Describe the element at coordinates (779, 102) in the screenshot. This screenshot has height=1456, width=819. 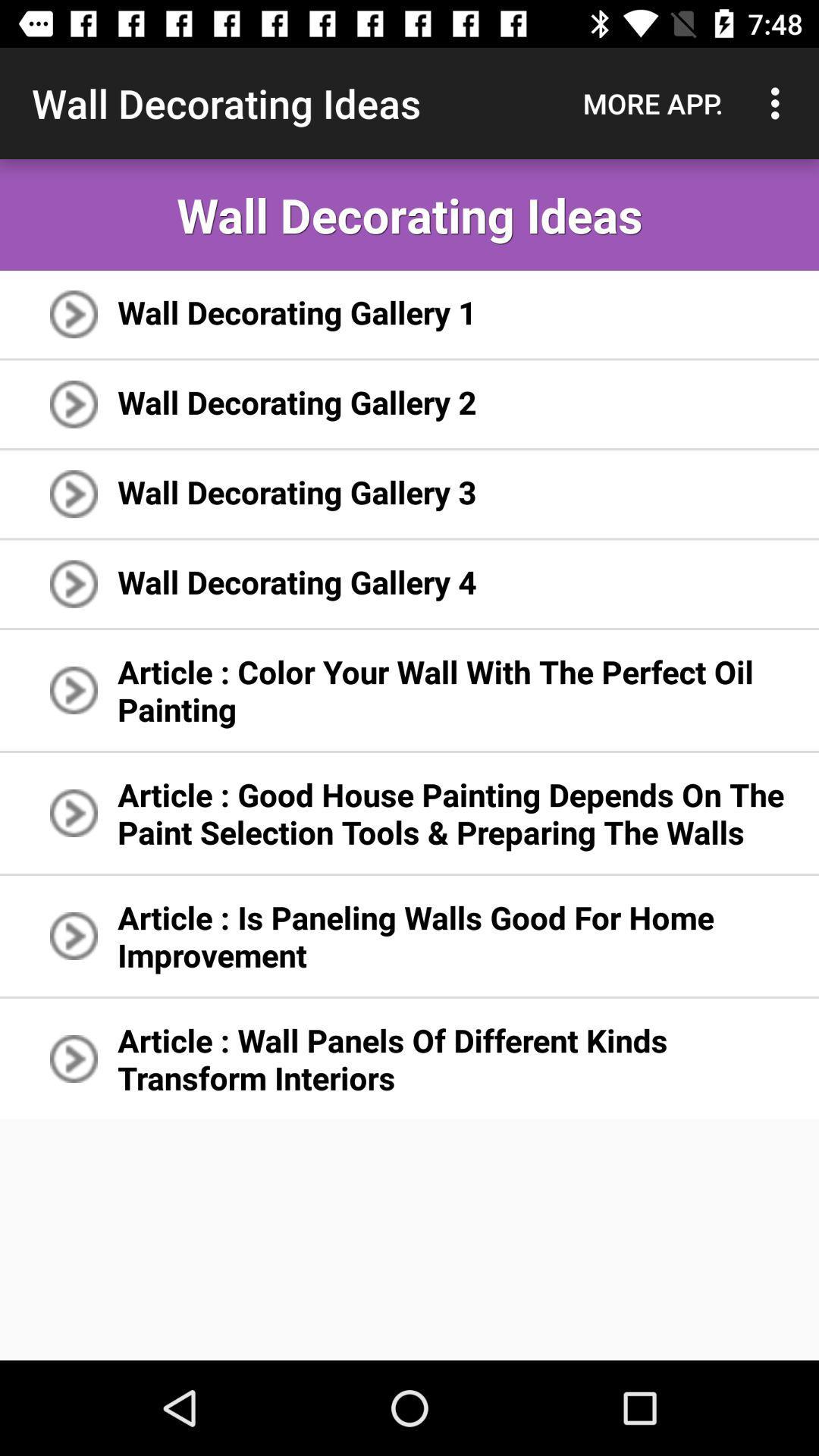
I see `the item to the right of the more app. icon` at that location.